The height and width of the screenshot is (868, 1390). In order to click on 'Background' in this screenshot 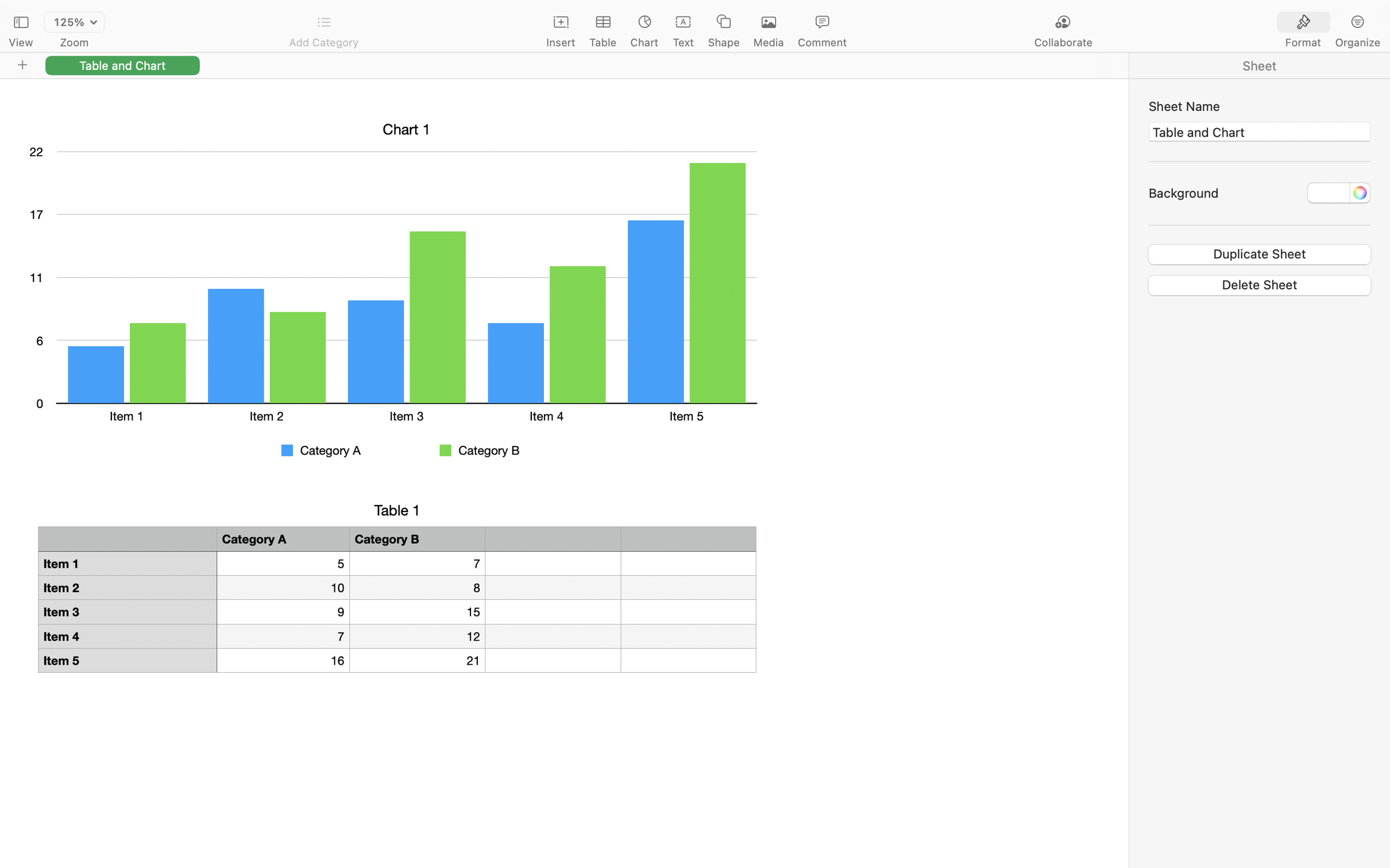, I will do `click(1183, 192)`.